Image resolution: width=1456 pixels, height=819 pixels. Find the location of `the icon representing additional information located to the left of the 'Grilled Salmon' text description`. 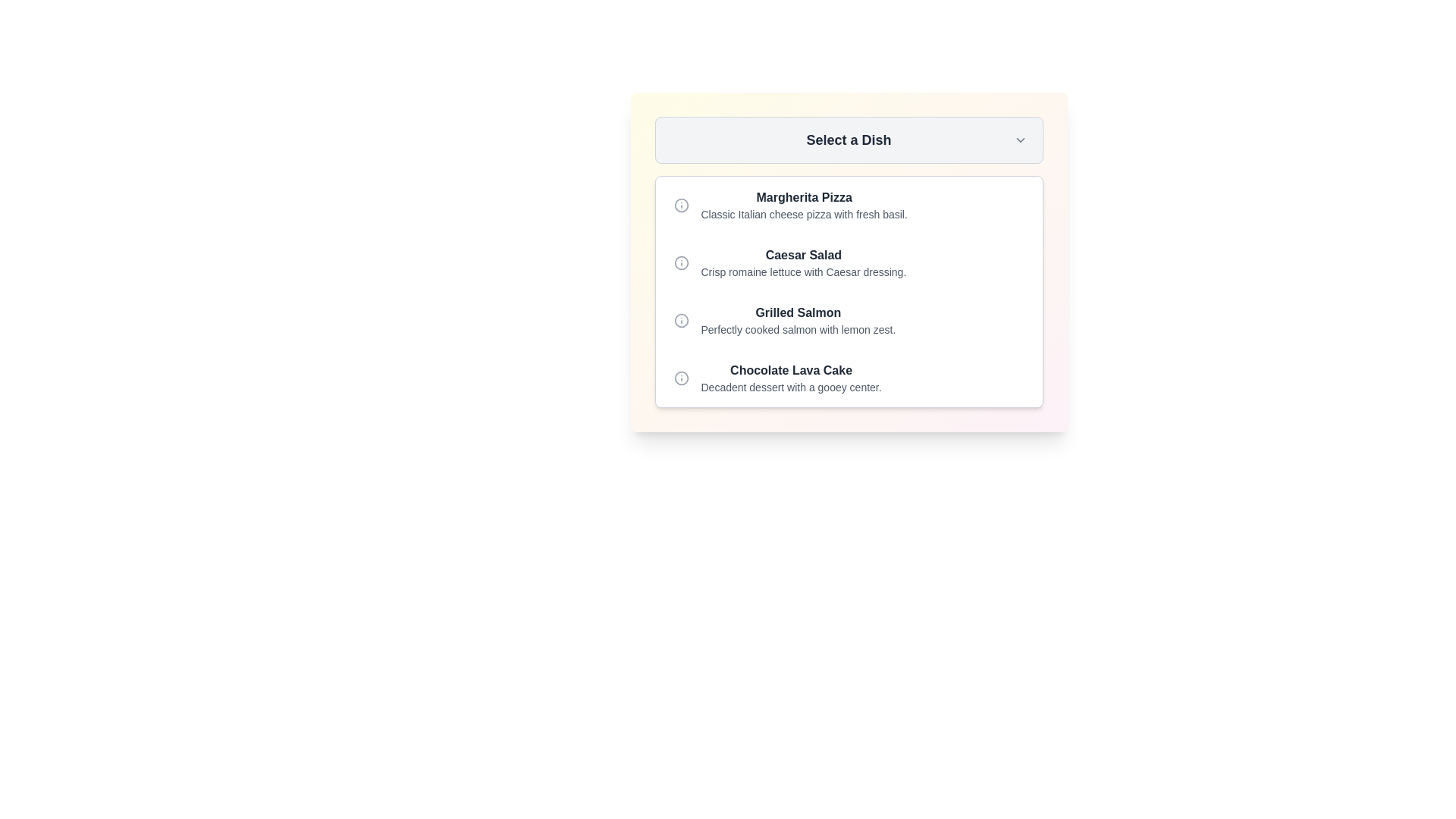

the icon representing additional information located to the left of the 'Grilled Salmon' text description is located at coordinates (680, 320).